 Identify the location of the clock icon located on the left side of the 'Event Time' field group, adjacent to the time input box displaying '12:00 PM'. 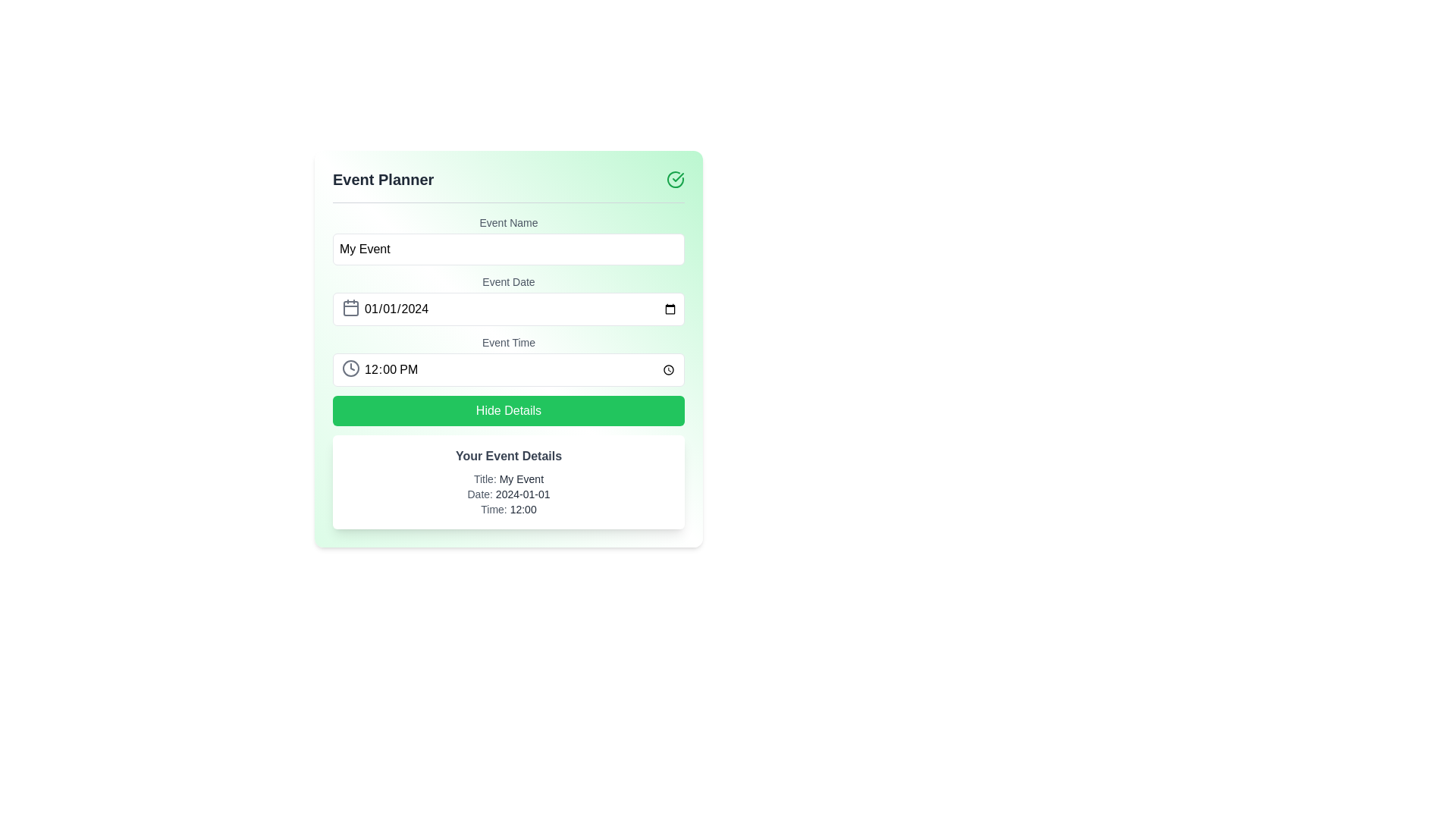
(350, 369).